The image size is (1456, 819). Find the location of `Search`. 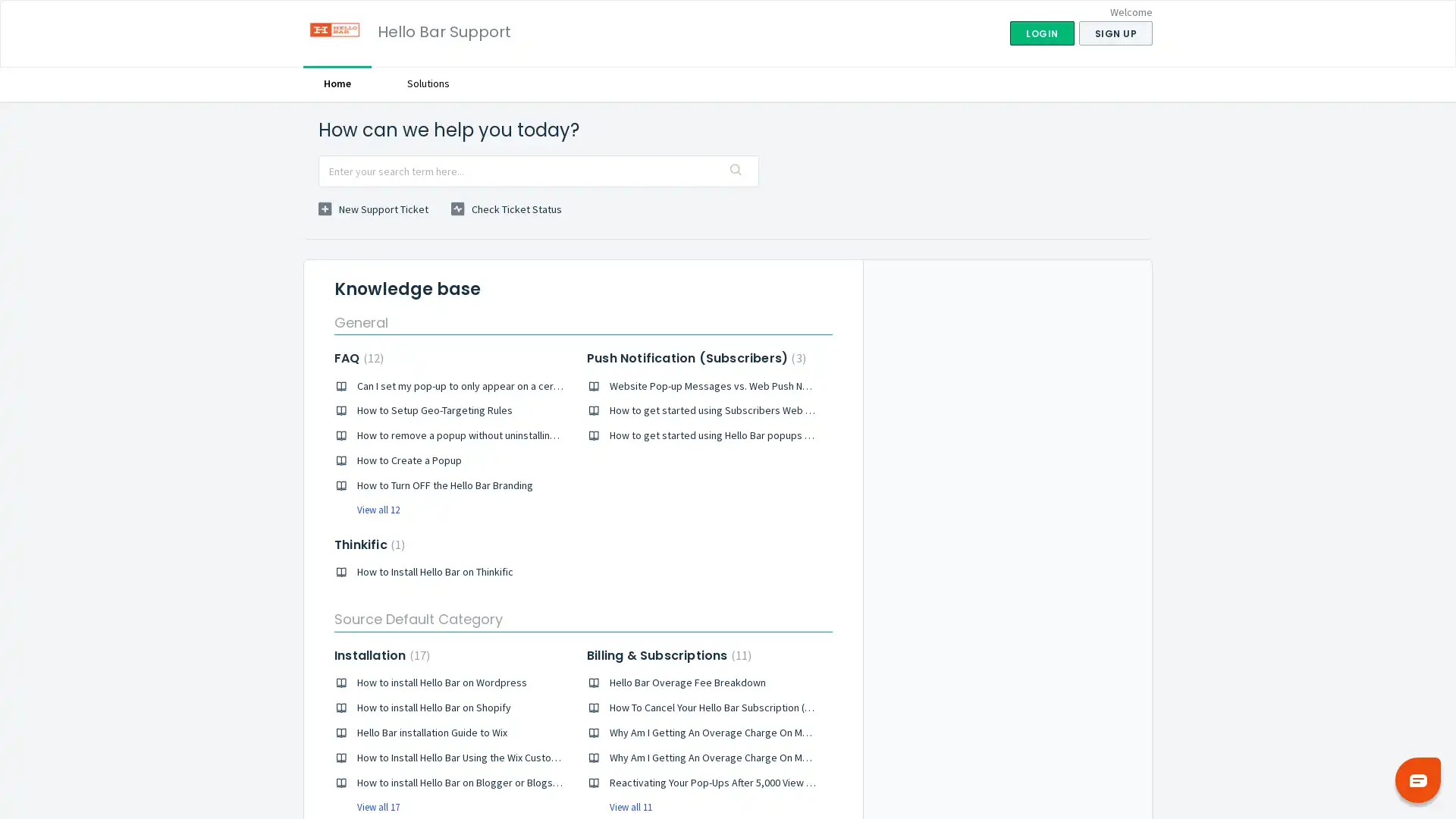

Search is located at coordinates (735, 171).